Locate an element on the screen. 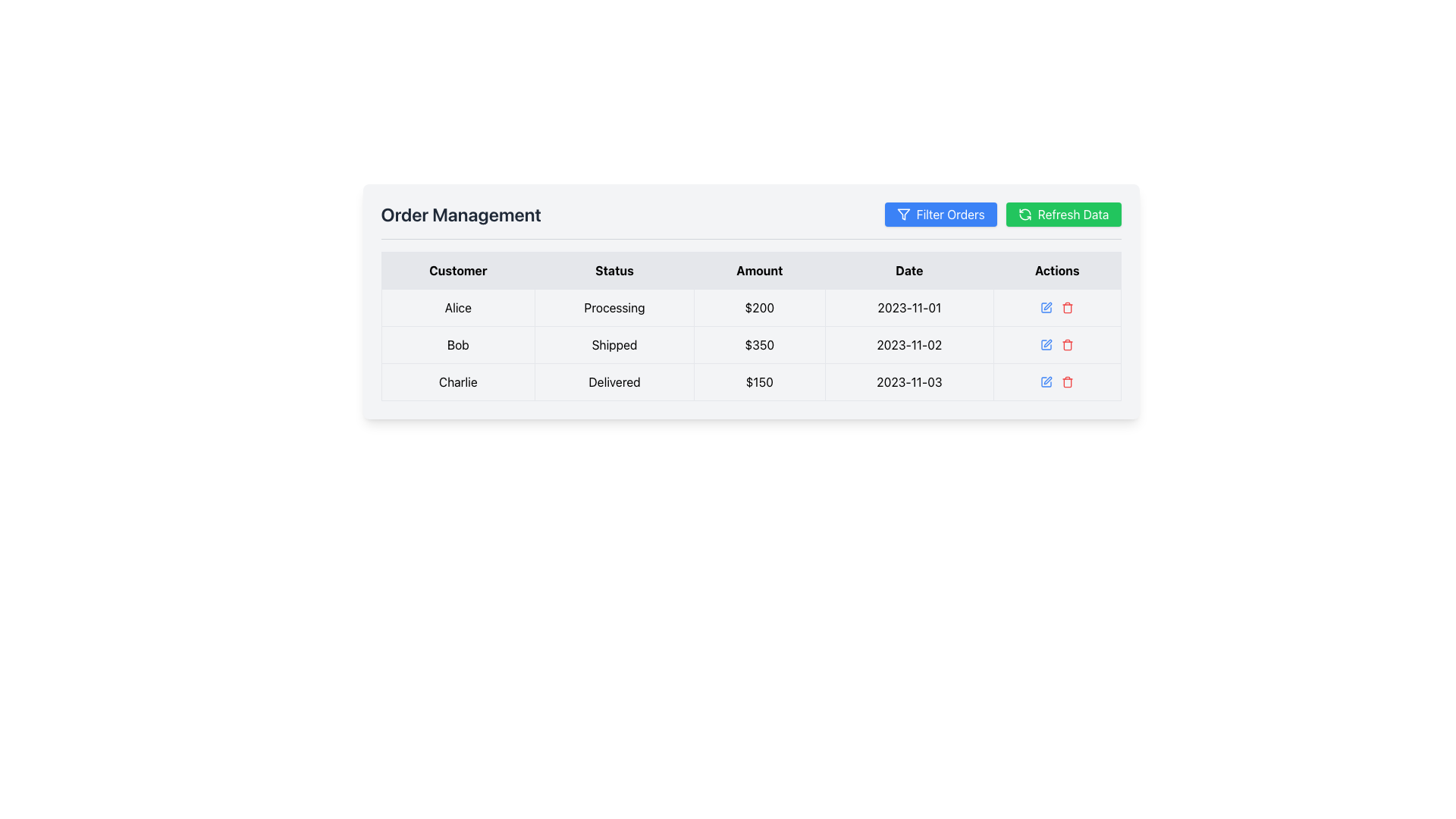 This screenshot has height=819, width=1456. the edit icon in the Actions column for the user named 'Bob' is located at coordinates (1047, 343).